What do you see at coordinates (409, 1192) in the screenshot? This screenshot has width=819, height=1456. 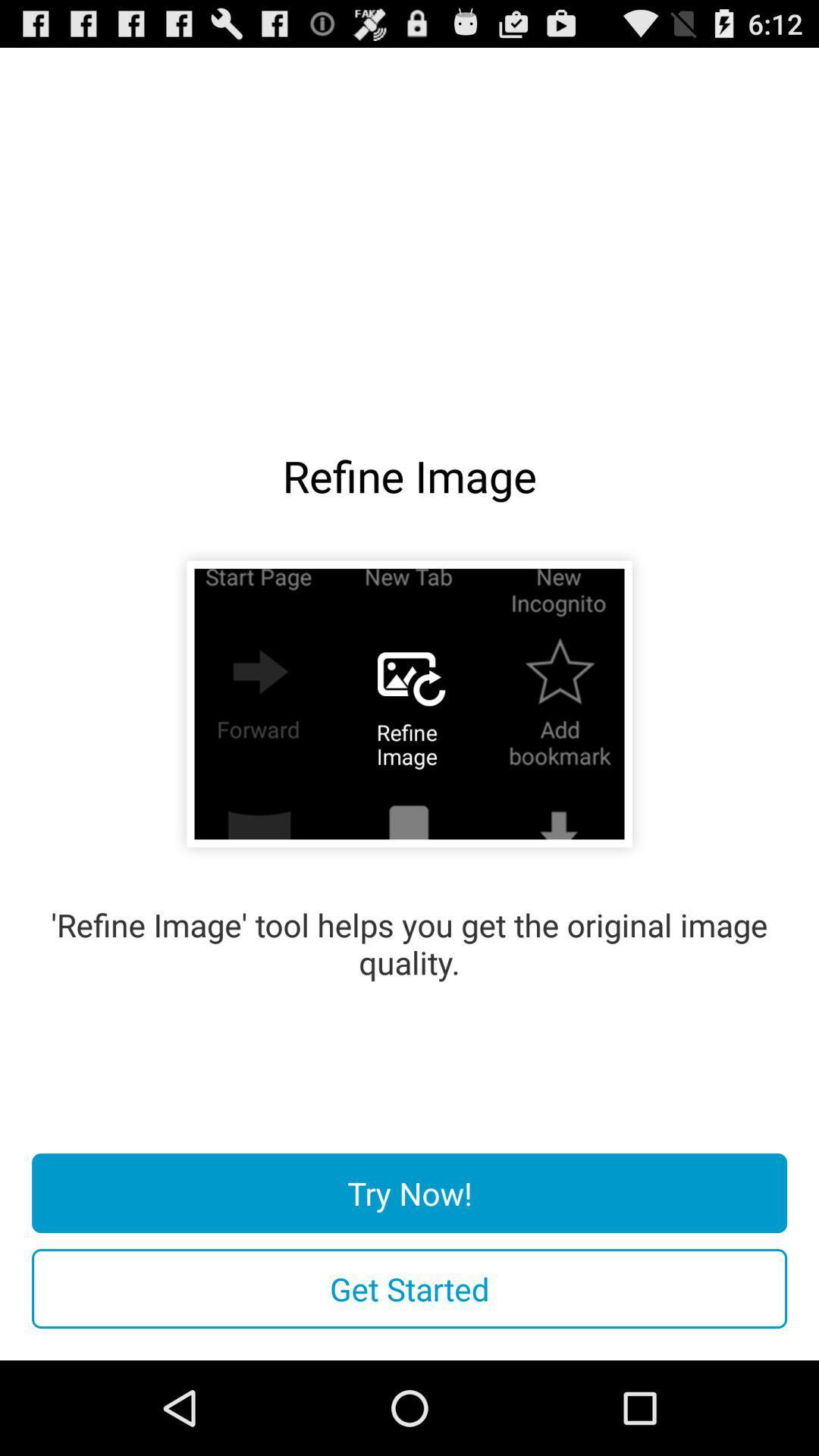 I see `app below the refine image tool item` at bounding box center [409, 1192].